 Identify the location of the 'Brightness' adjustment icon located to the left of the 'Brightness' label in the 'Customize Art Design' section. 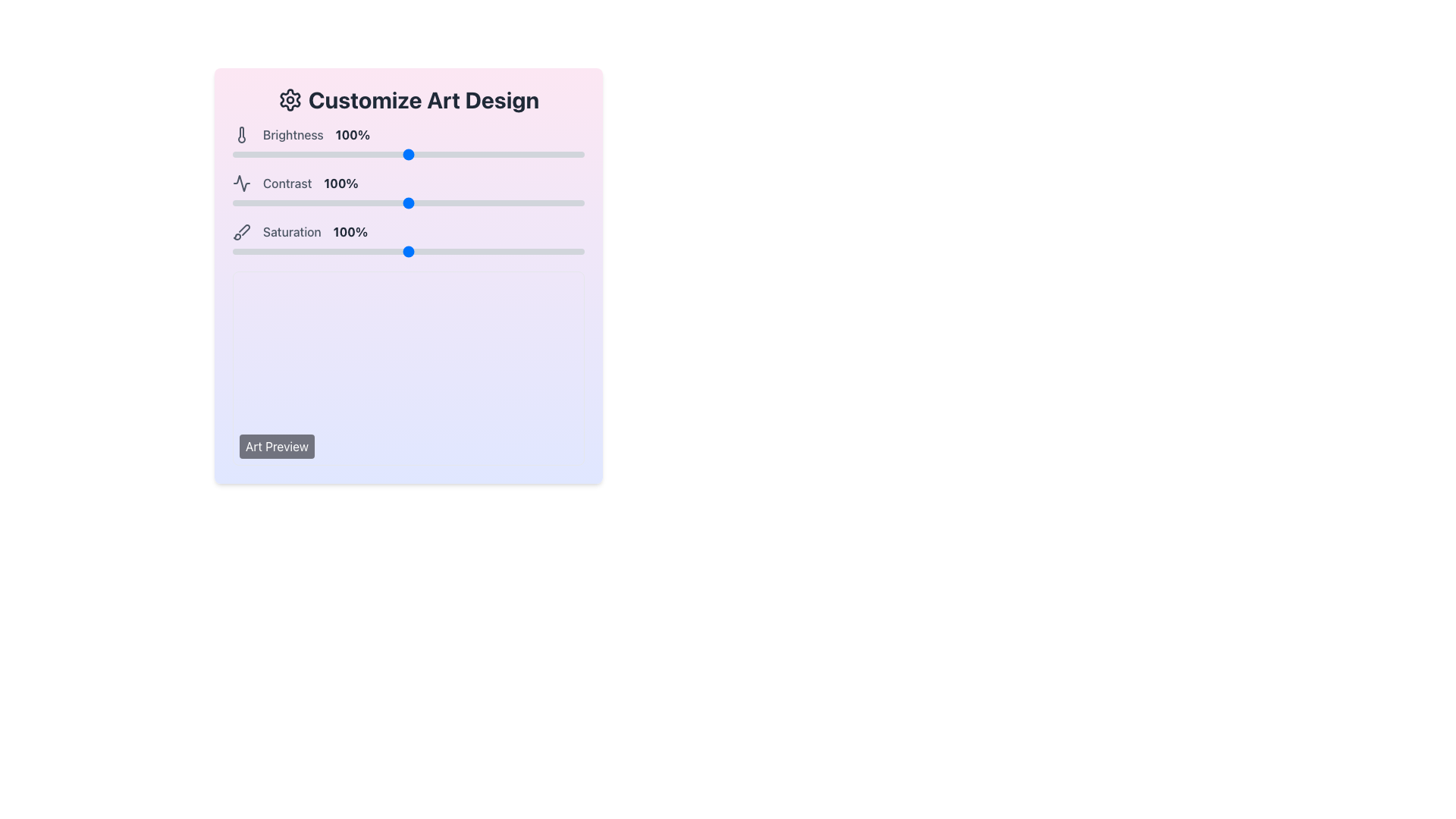
(240, 133).